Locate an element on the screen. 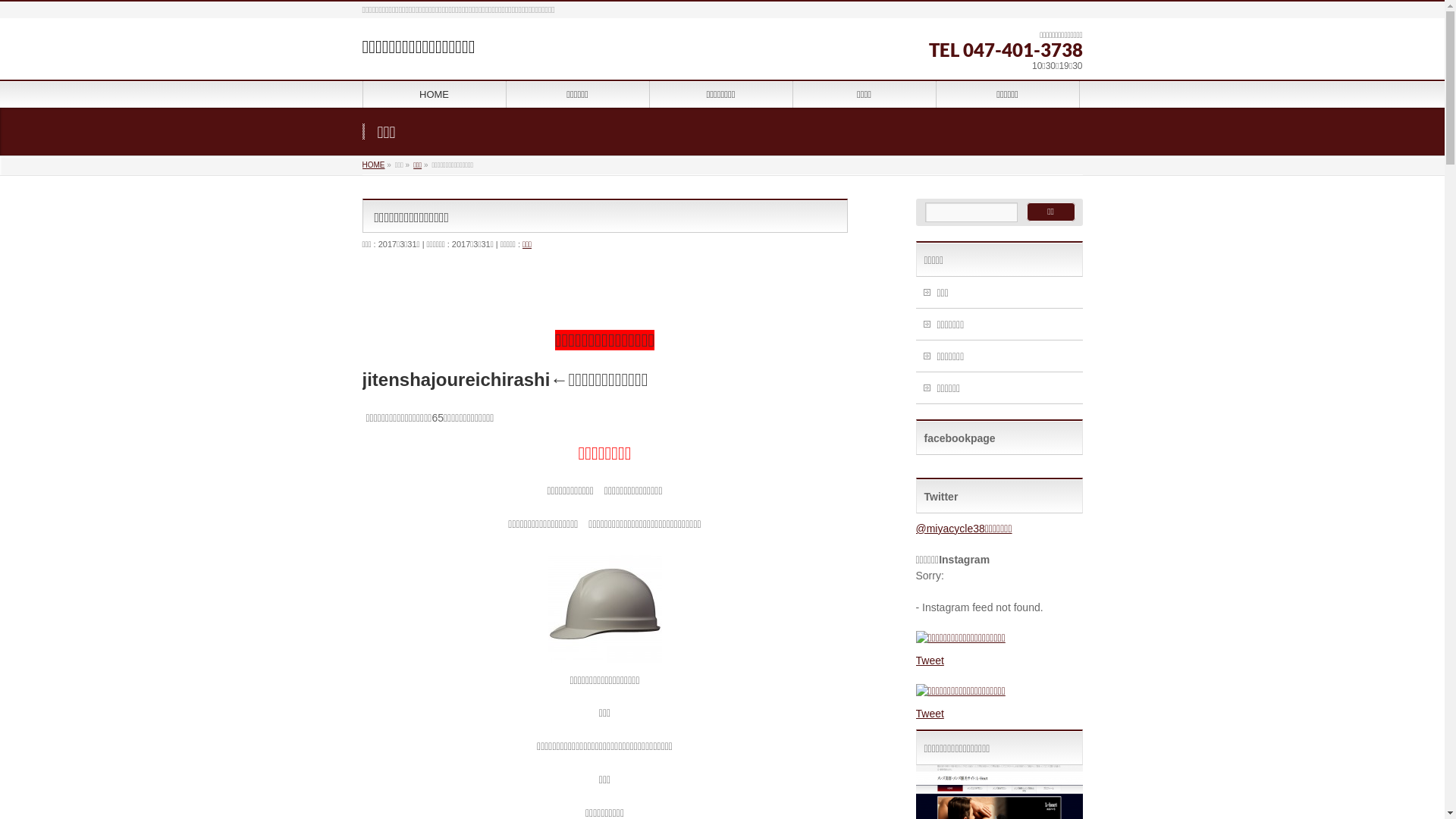  'HOME' is located at coordinates (362, 93).